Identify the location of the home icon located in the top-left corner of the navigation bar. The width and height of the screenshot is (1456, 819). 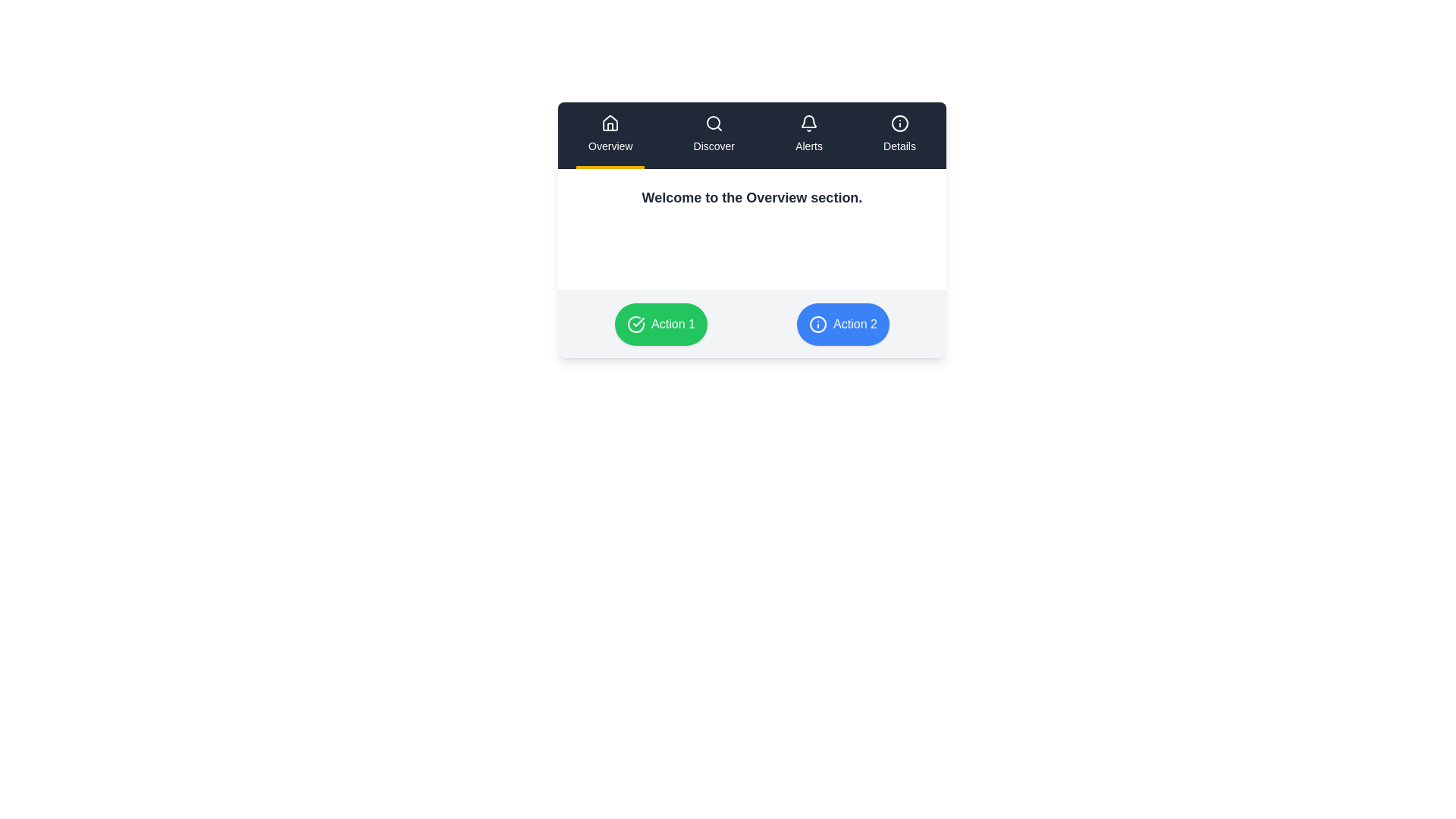
(610, 126).